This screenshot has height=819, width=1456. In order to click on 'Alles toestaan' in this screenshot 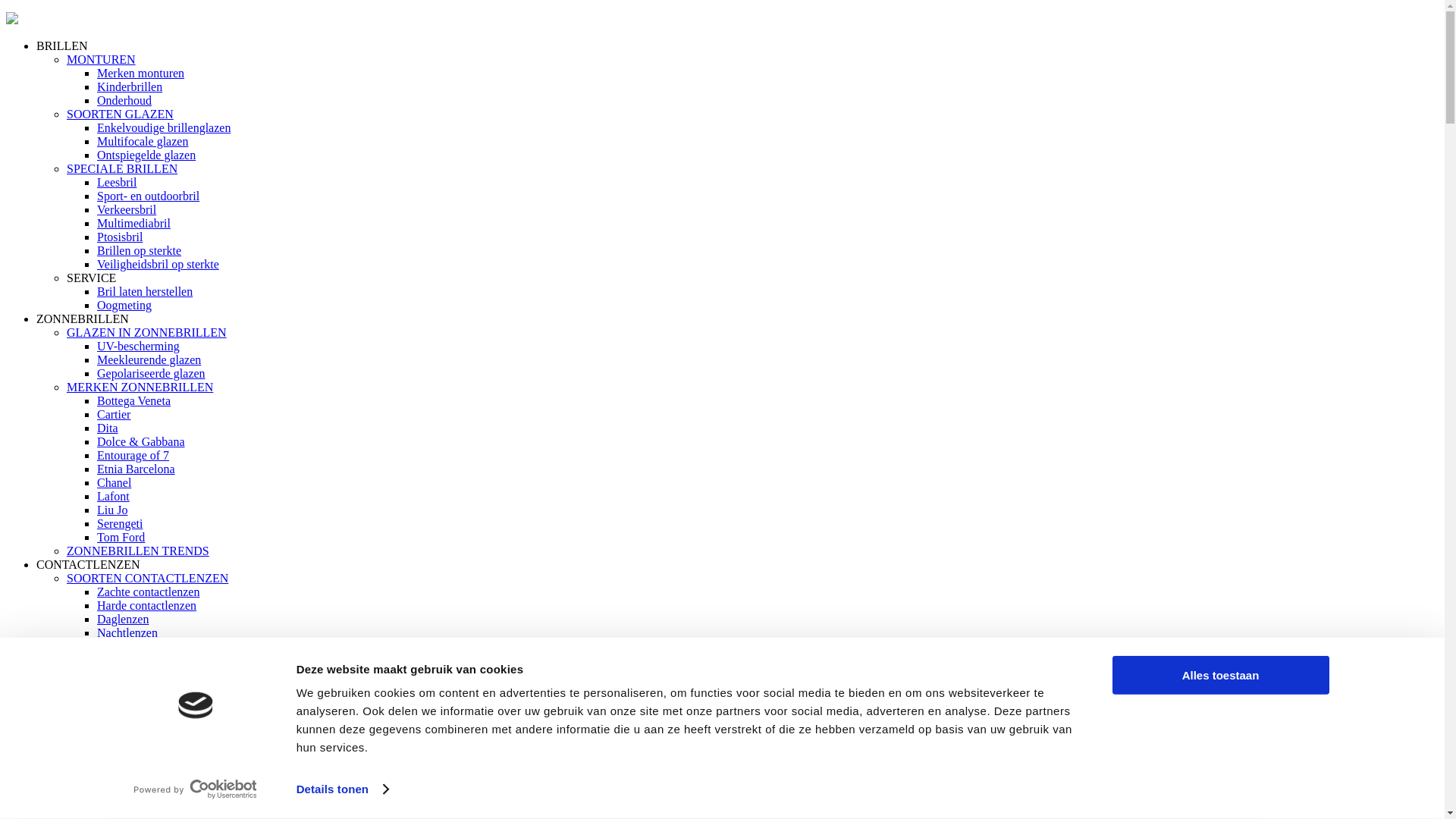, I will do `click(1111, 674)`.